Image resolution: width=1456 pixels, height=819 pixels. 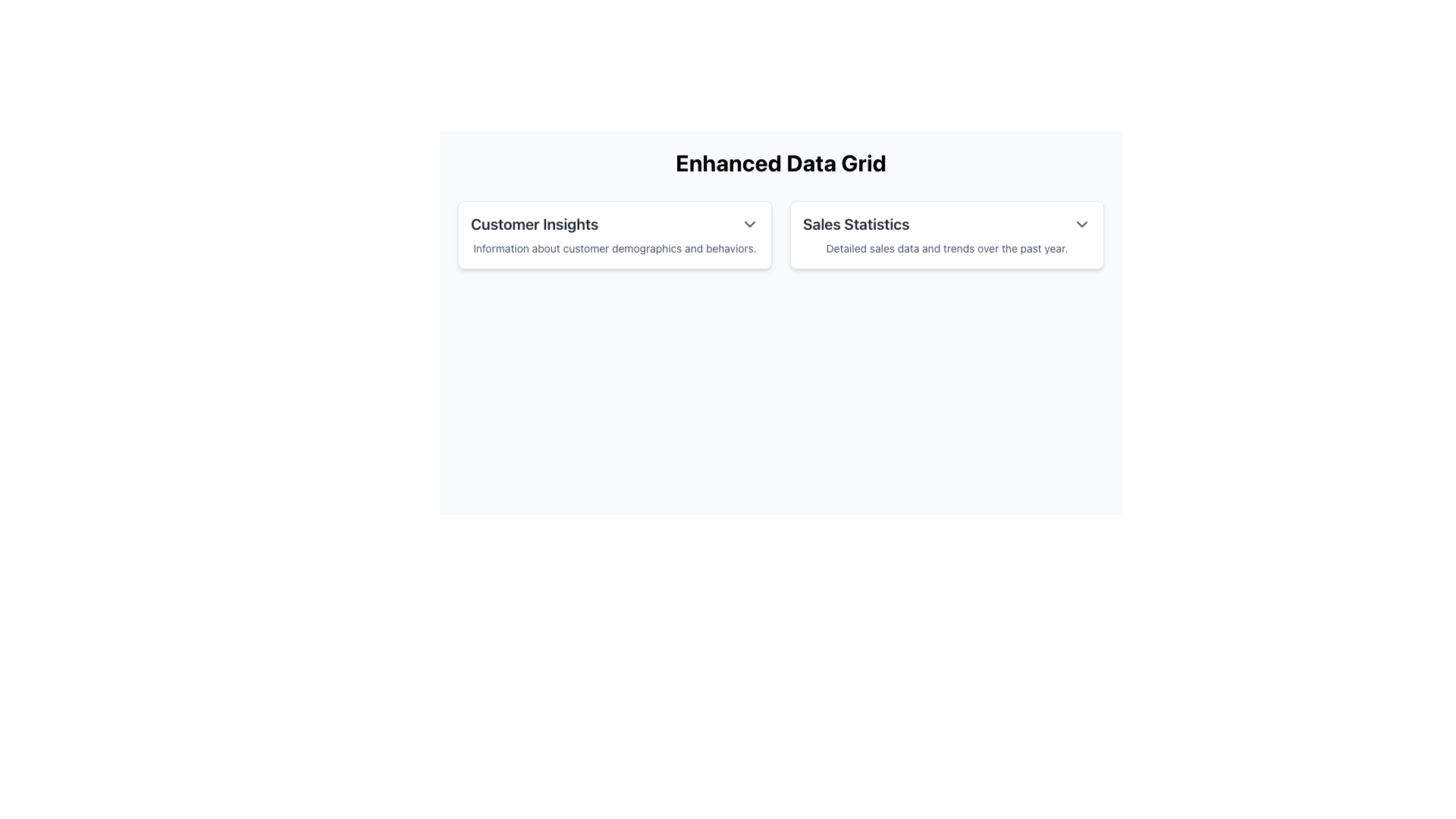 I want to click on the non-interactive text label denoting the section titled 'Sales Statistics', so click(x=856, y=224).